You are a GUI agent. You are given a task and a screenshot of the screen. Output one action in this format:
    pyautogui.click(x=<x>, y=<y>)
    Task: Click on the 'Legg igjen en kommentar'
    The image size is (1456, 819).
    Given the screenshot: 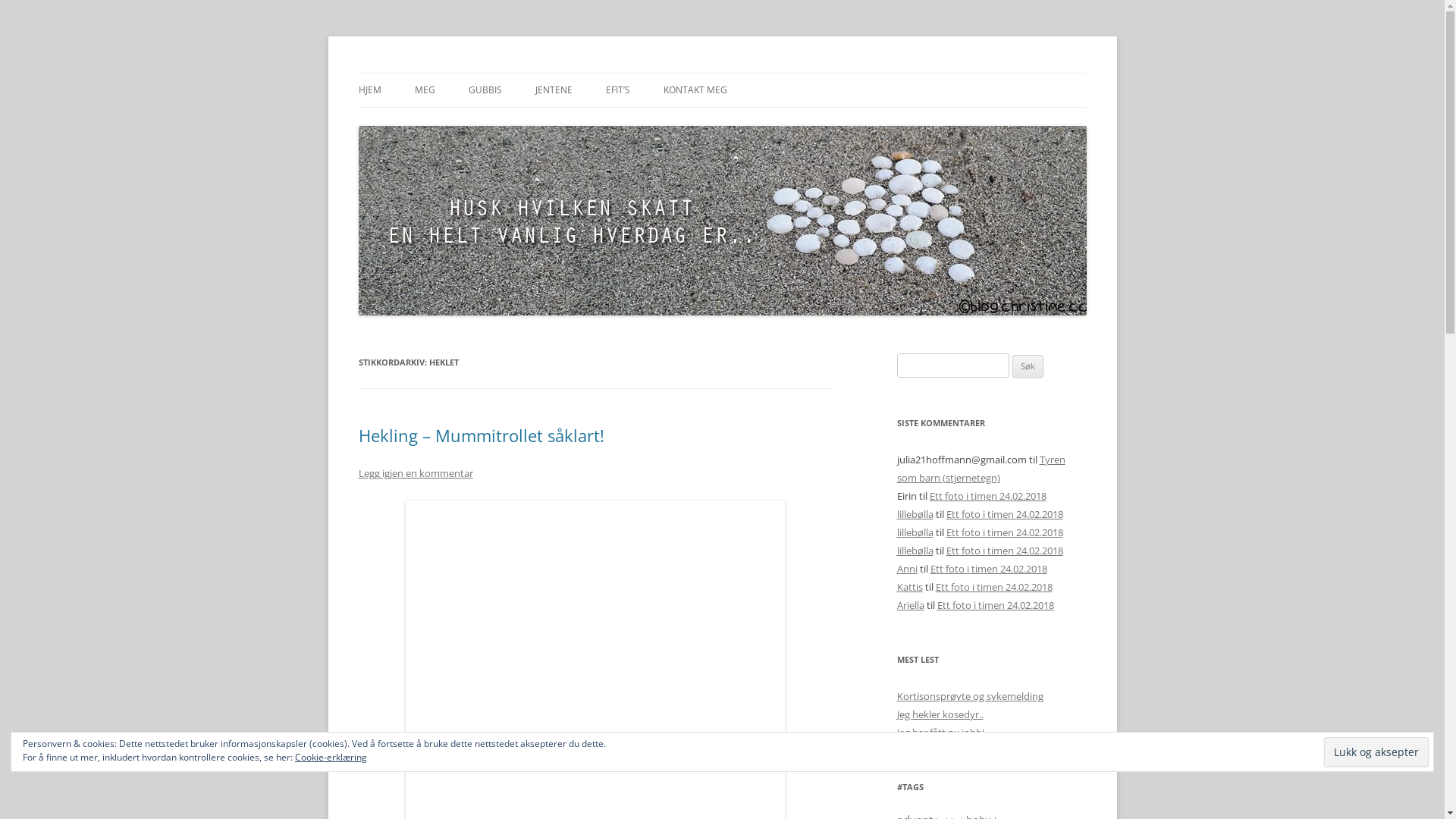 What is the action you would take?
    pyautogui.click(x=415, y=472)
    